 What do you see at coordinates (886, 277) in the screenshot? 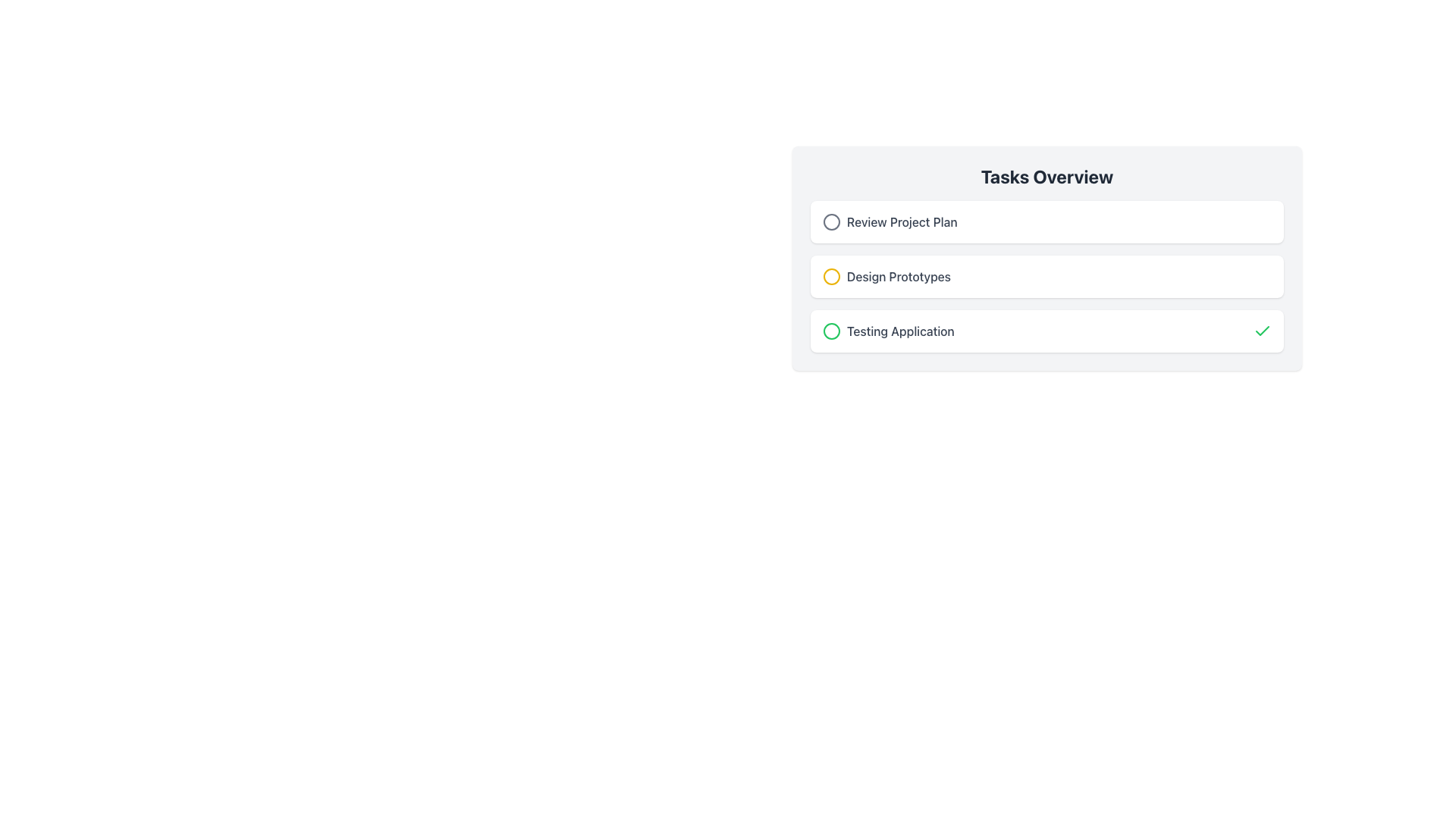
I see `the 'Design Prototypes' task in the 'Tasks Overview' list` at bounding box center [886, 277].